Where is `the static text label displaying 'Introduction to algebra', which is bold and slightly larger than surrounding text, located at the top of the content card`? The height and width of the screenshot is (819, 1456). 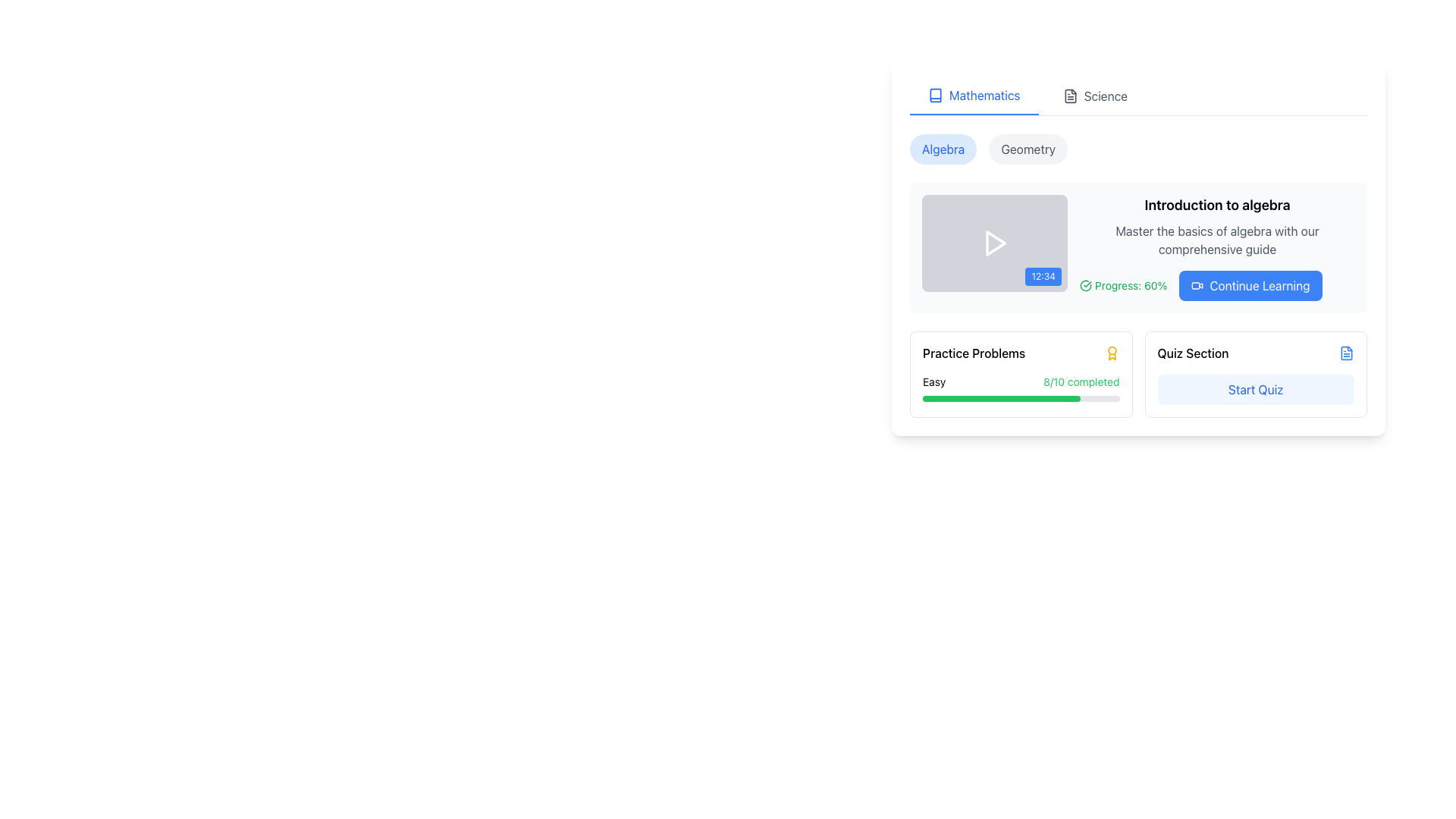
the static text label displaying 'Introduction to algebra', which is bold and slightly larger than surrounding text, located at the top of the content card is located at coordinates (1217, 205).